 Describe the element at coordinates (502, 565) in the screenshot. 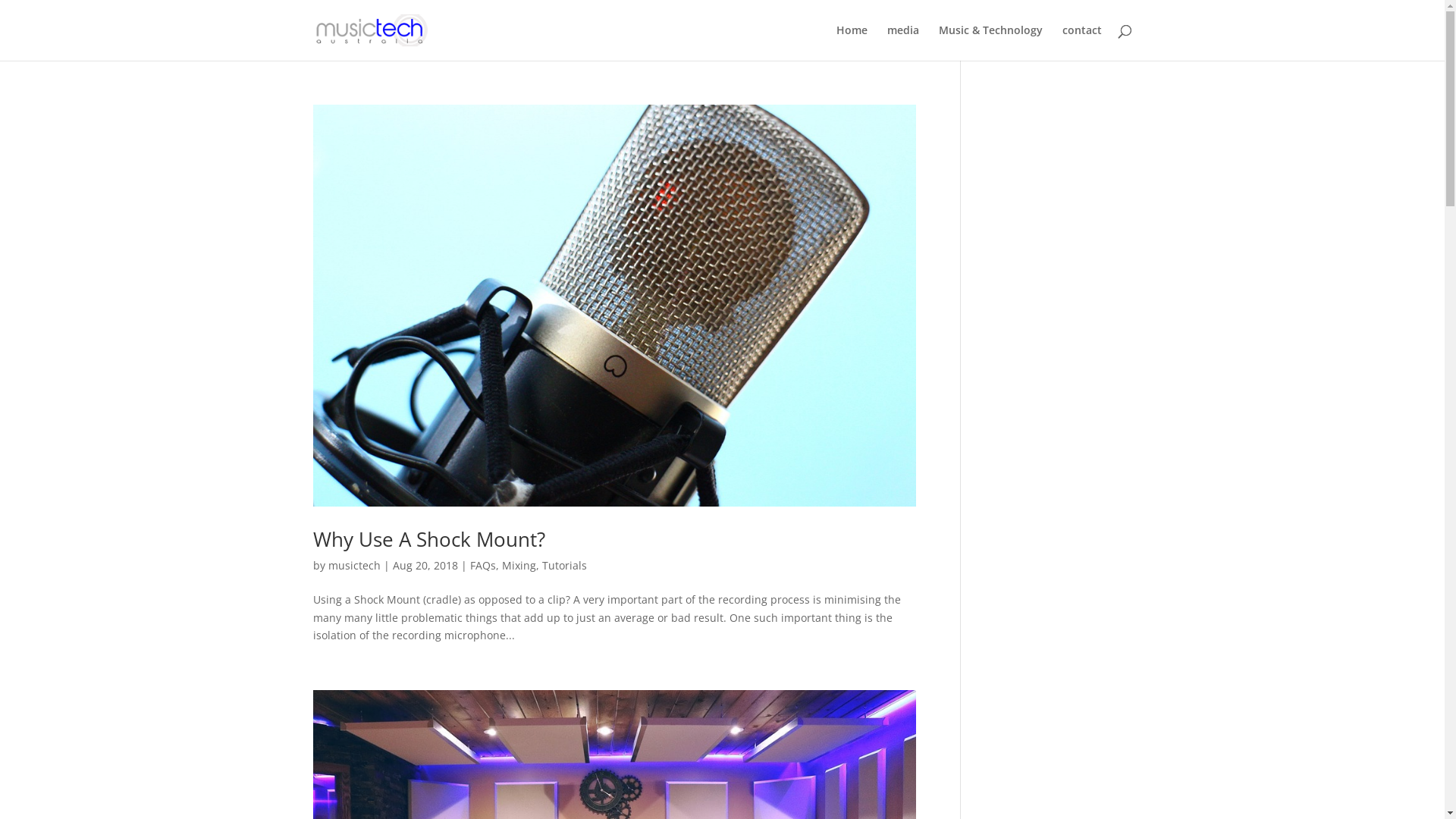

I see `'Mixing'` at that location.